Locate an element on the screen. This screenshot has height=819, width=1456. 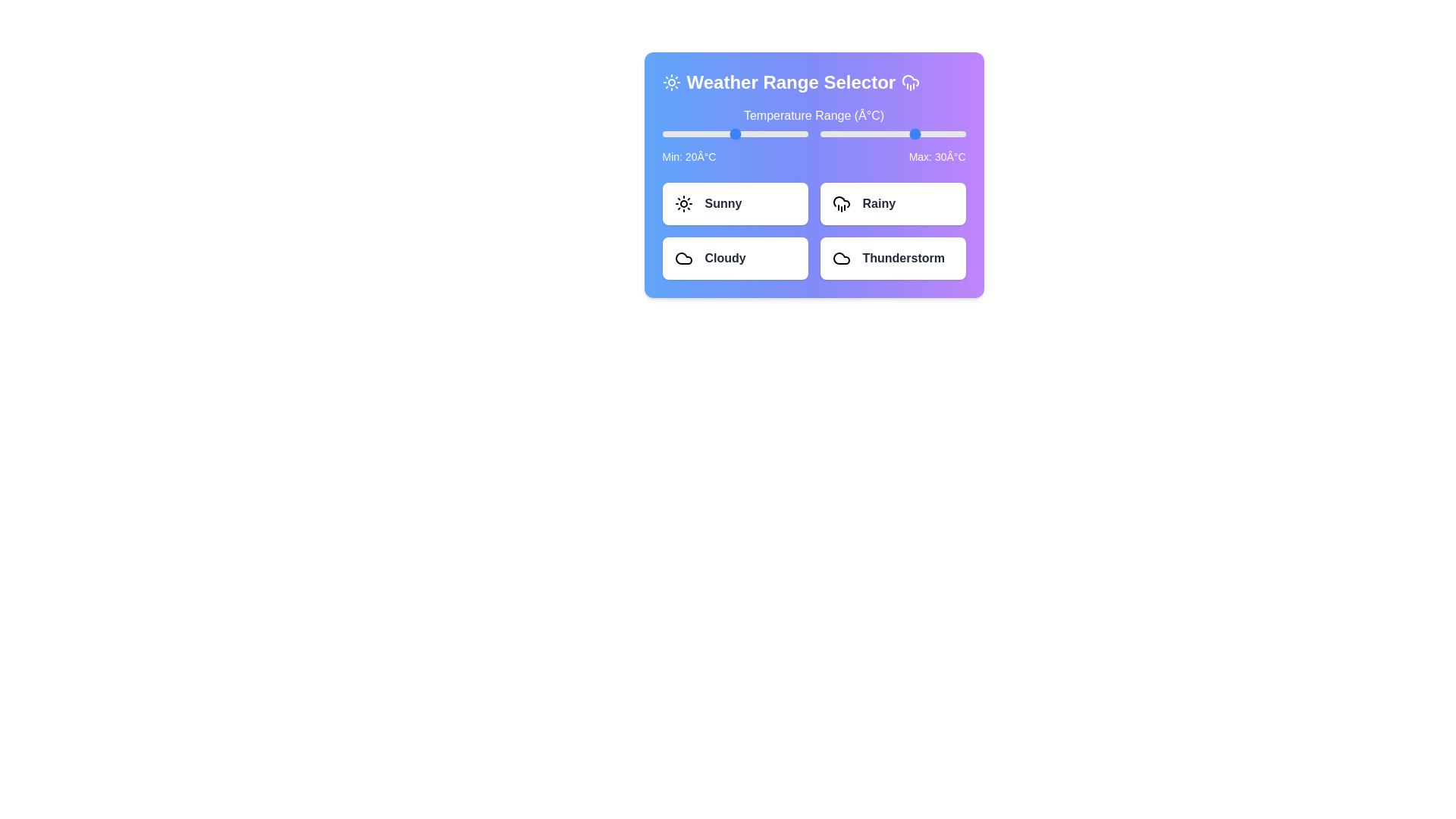
the minimum temperature range slider to 20°C is located at coordinates (735, 133).